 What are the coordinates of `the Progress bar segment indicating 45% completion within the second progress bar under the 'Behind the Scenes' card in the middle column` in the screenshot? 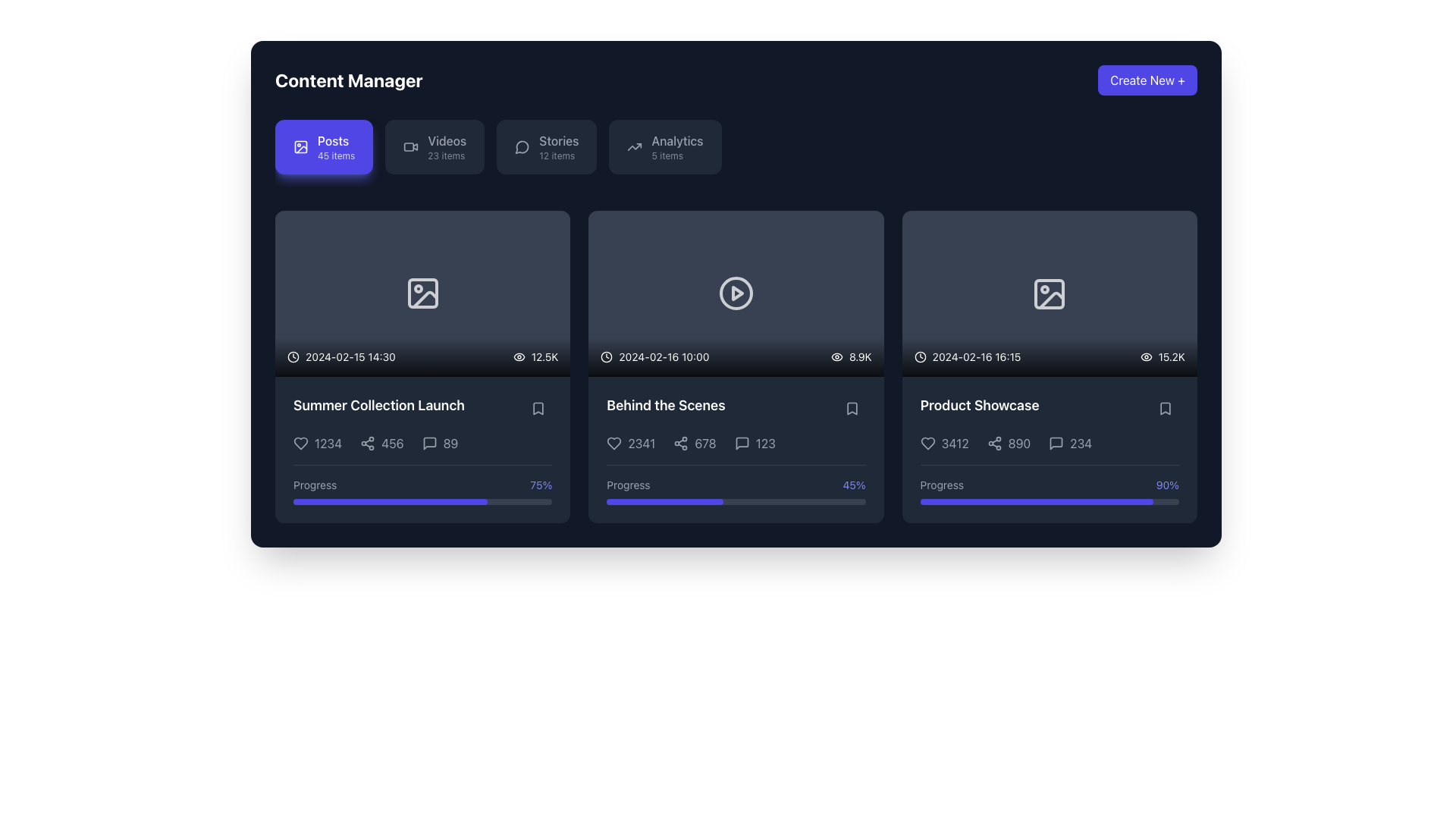 It's located at (665, 501).